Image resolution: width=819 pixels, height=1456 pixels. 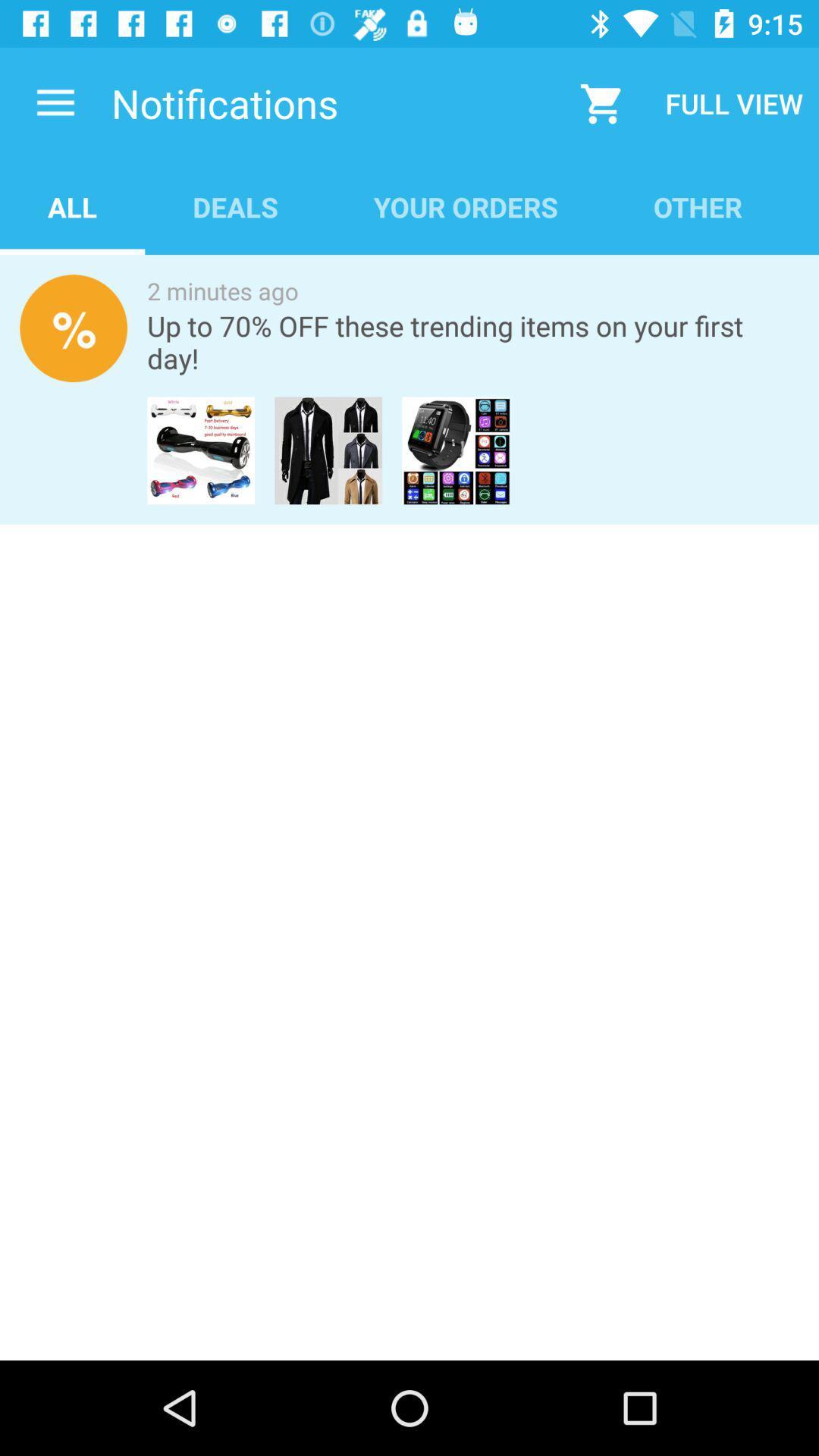 I want to click on icon below the notifications item, so click(x=465, y=206).